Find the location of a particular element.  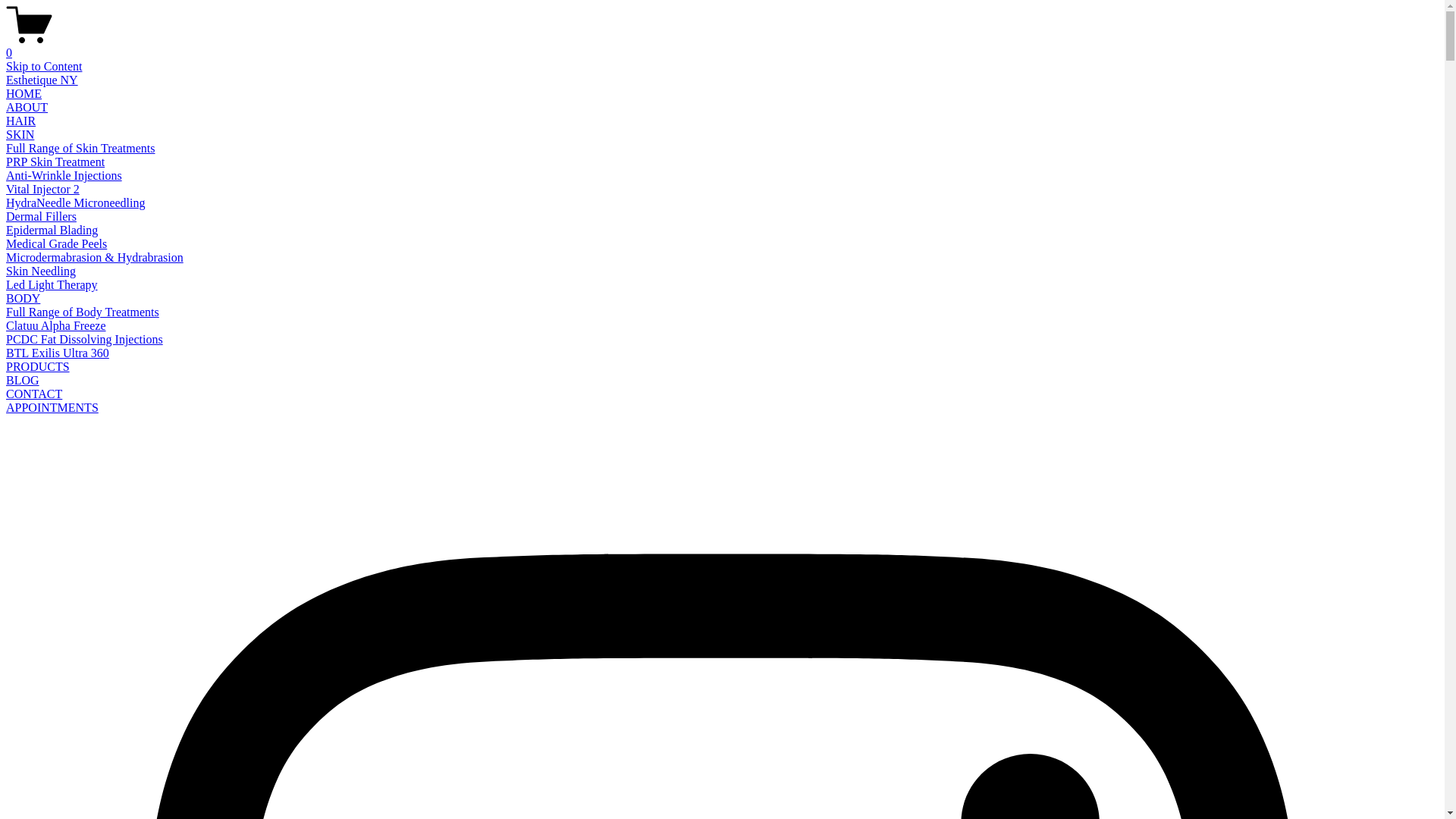

'Led Light Therapy' is located at coordinates (52, 284).